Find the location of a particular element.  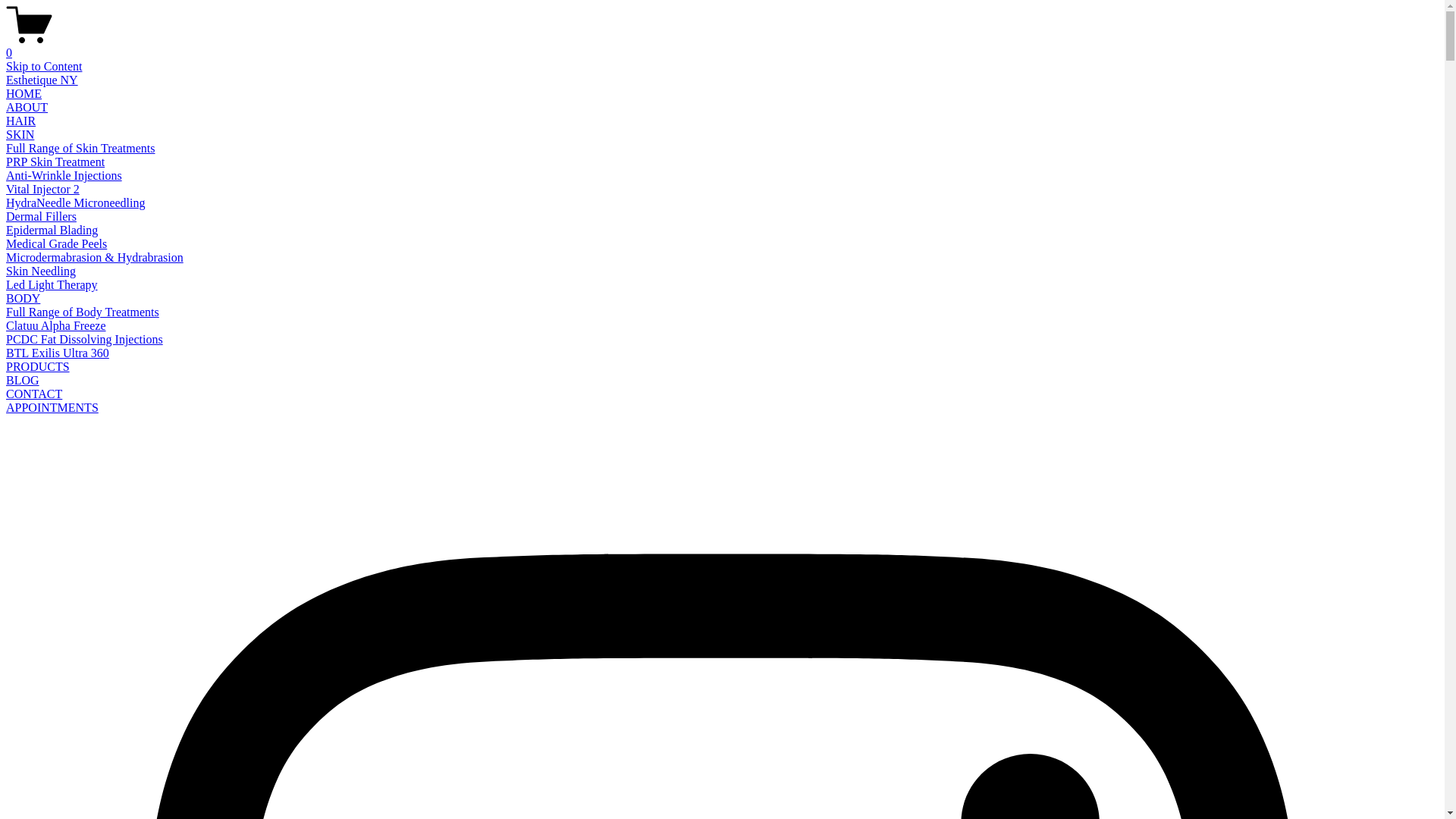

'Led Light Therapy' is located at coordinates (52, 284).